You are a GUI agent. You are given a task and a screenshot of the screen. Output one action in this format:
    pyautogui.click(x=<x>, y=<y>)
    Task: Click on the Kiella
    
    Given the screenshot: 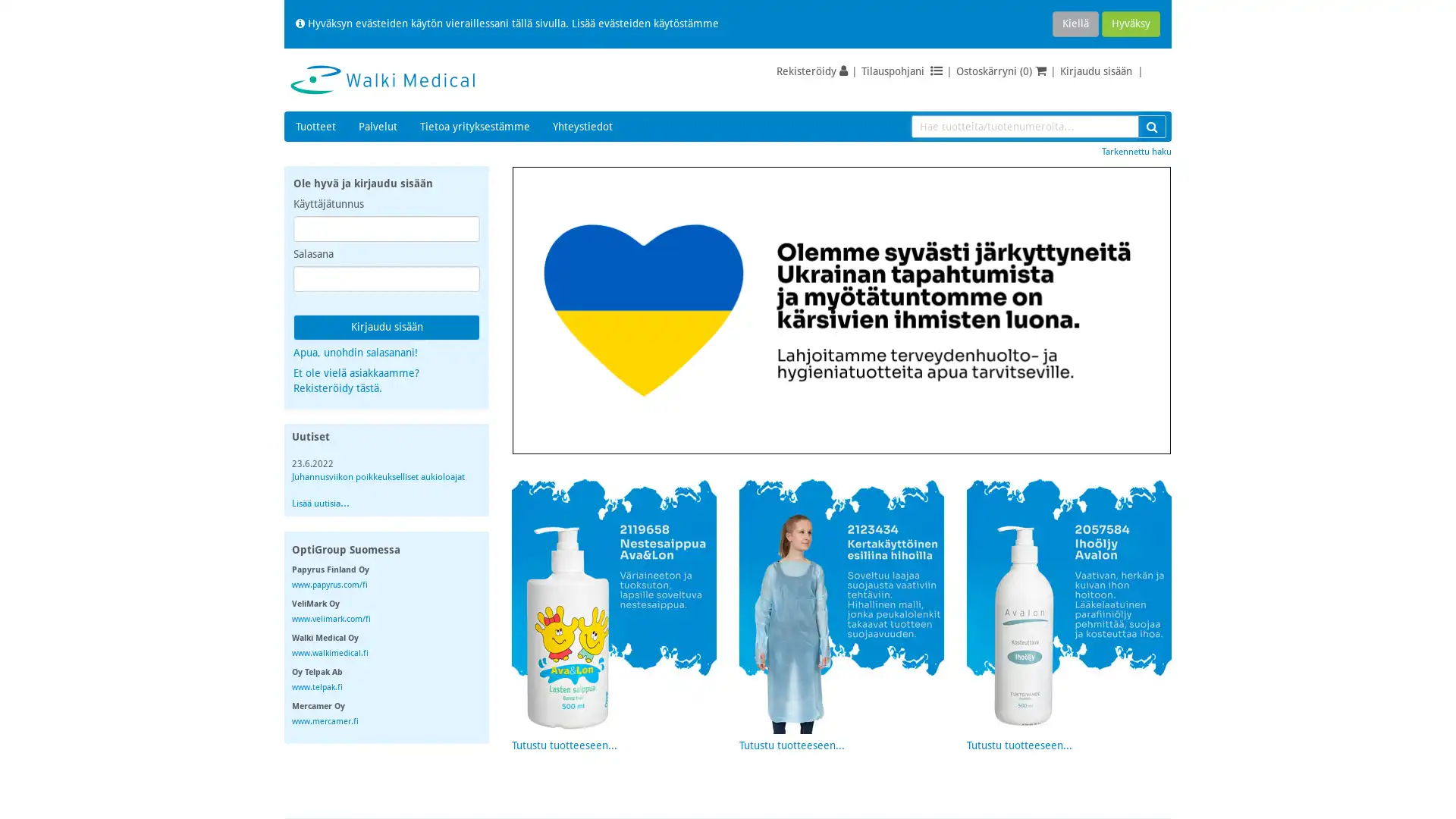 What is the action you would take?
    pyautogui.click(x=1075, y=24)
    